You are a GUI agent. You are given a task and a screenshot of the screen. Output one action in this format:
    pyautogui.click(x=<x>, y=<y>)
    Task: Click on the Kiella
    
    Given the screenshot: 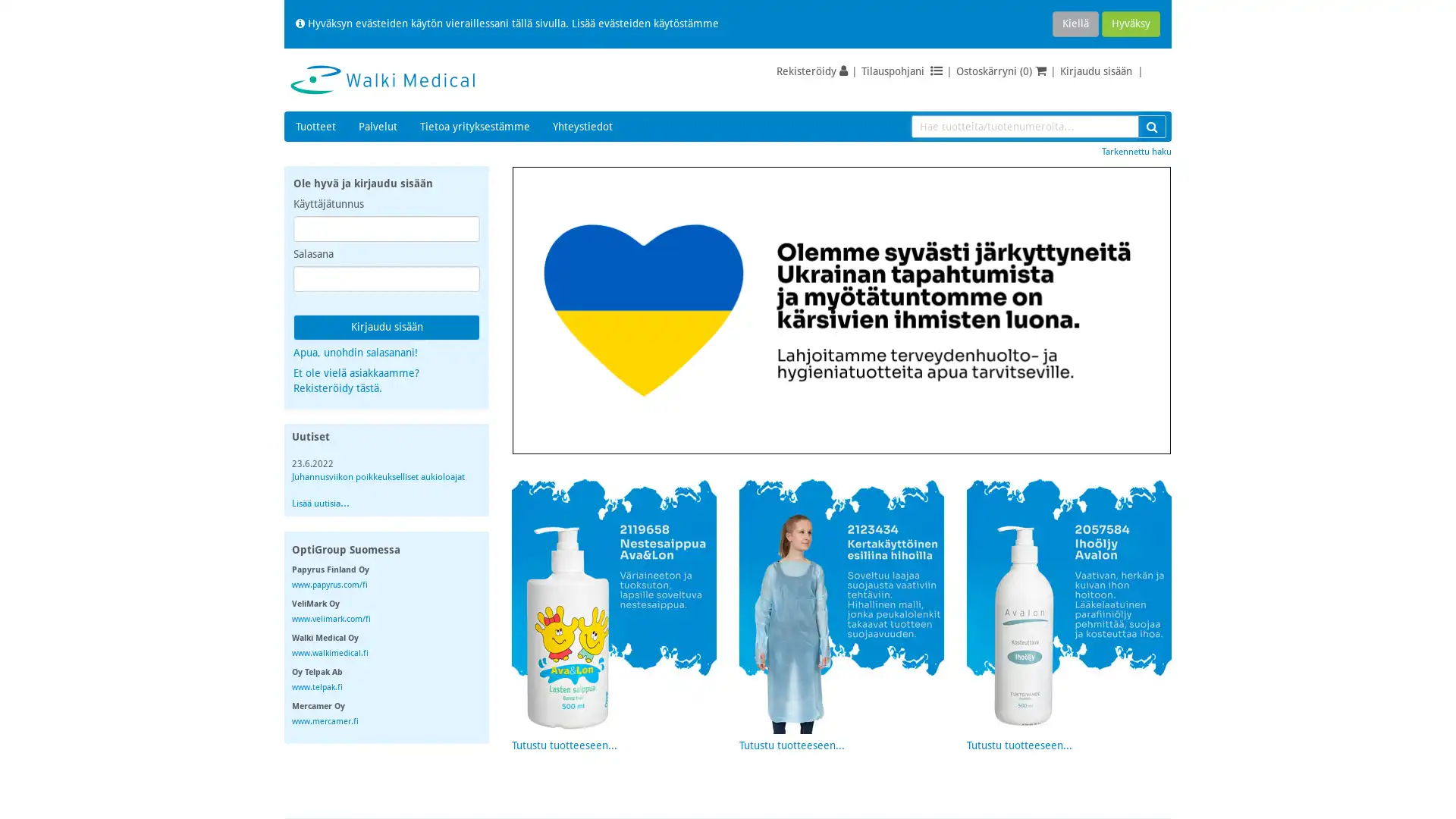 What is the action you would take?
    pyautogui.click(x=1075, y=24)
    